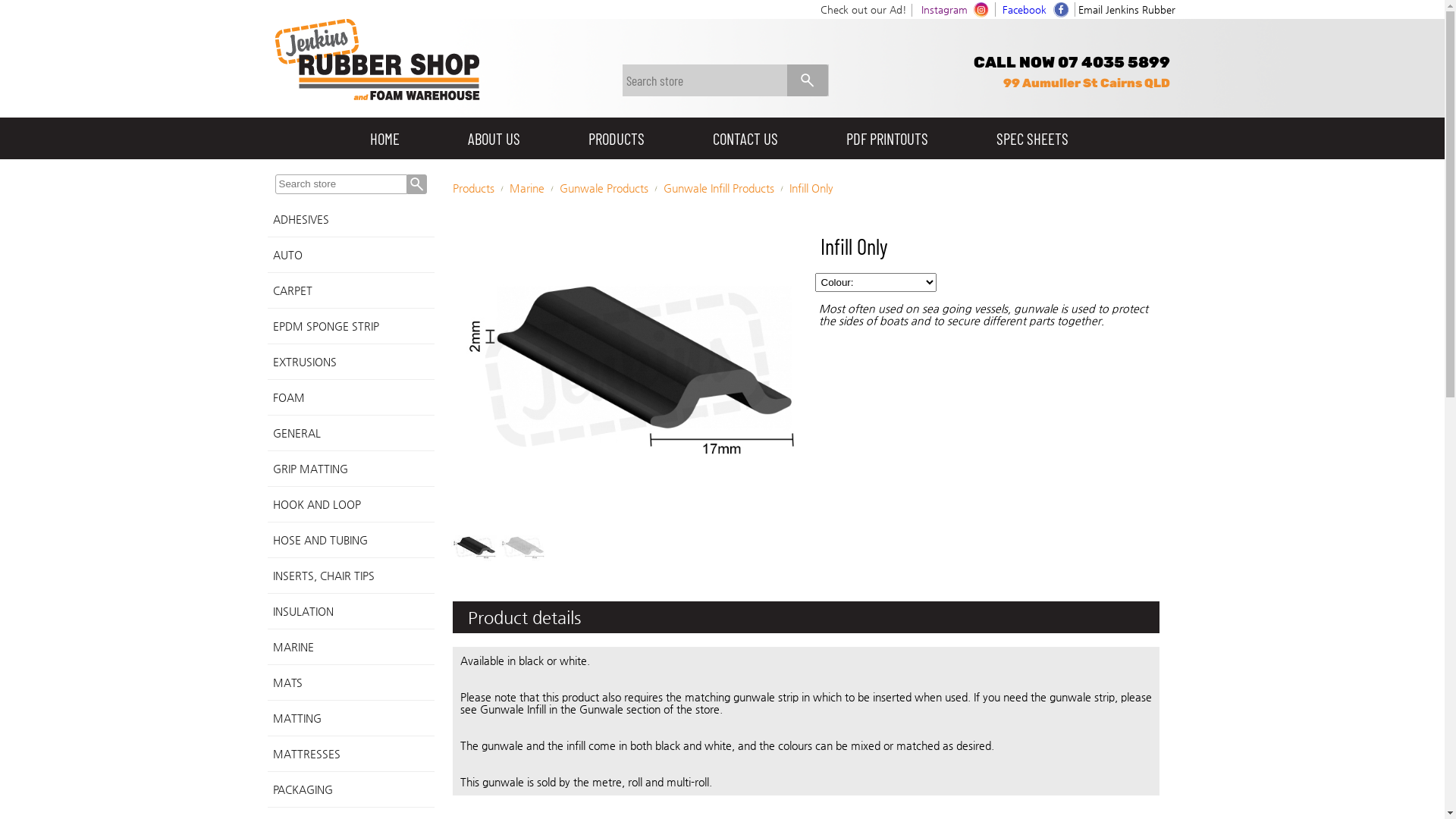 The height and width of the screenshot is (819, 1456). What do you see at coordinates (266, 468) in the screenshot?
I see `'GRIP MATTING'` at bounding box center [266, 468].